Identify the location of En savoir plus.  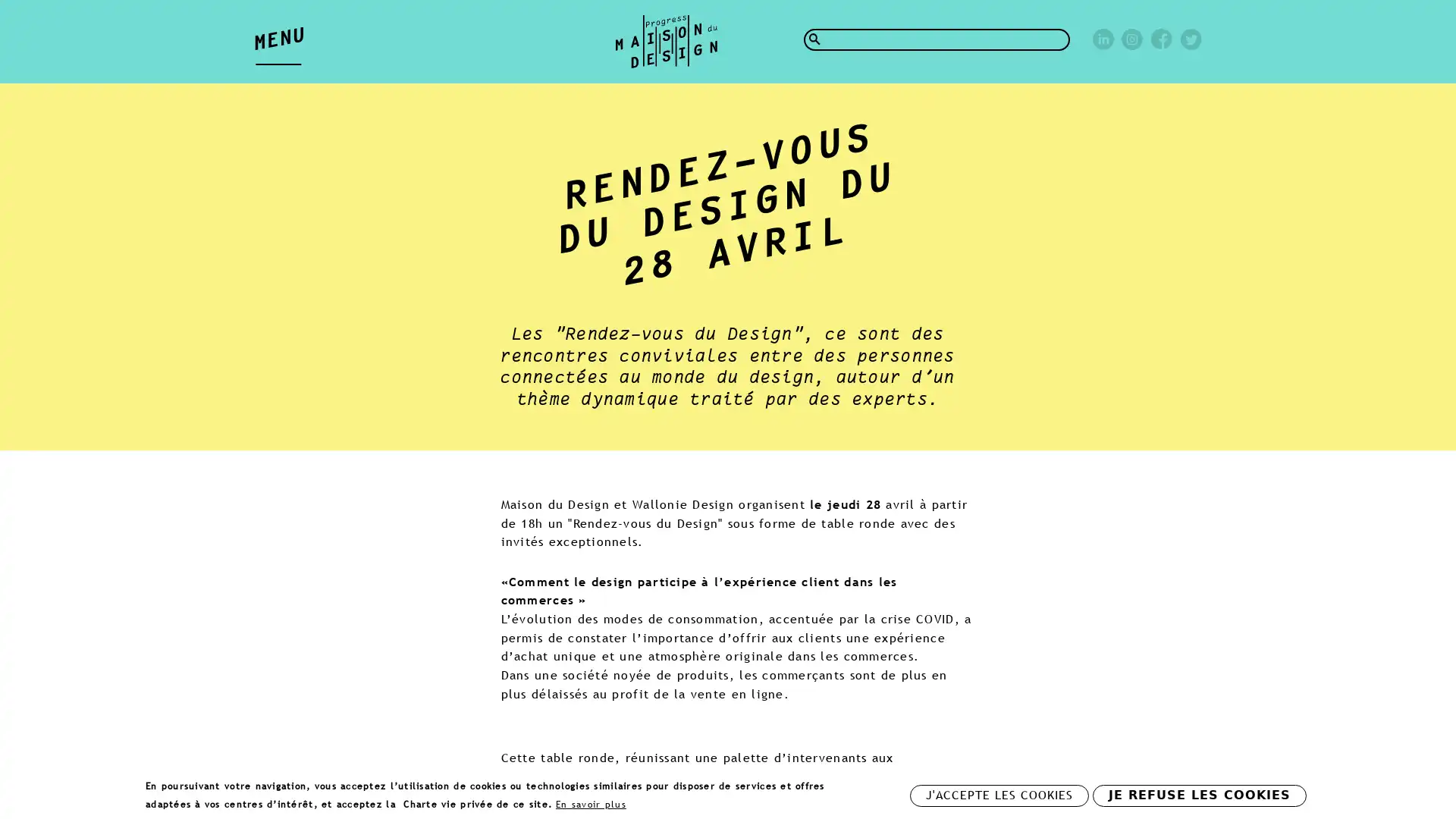
(589, 803).